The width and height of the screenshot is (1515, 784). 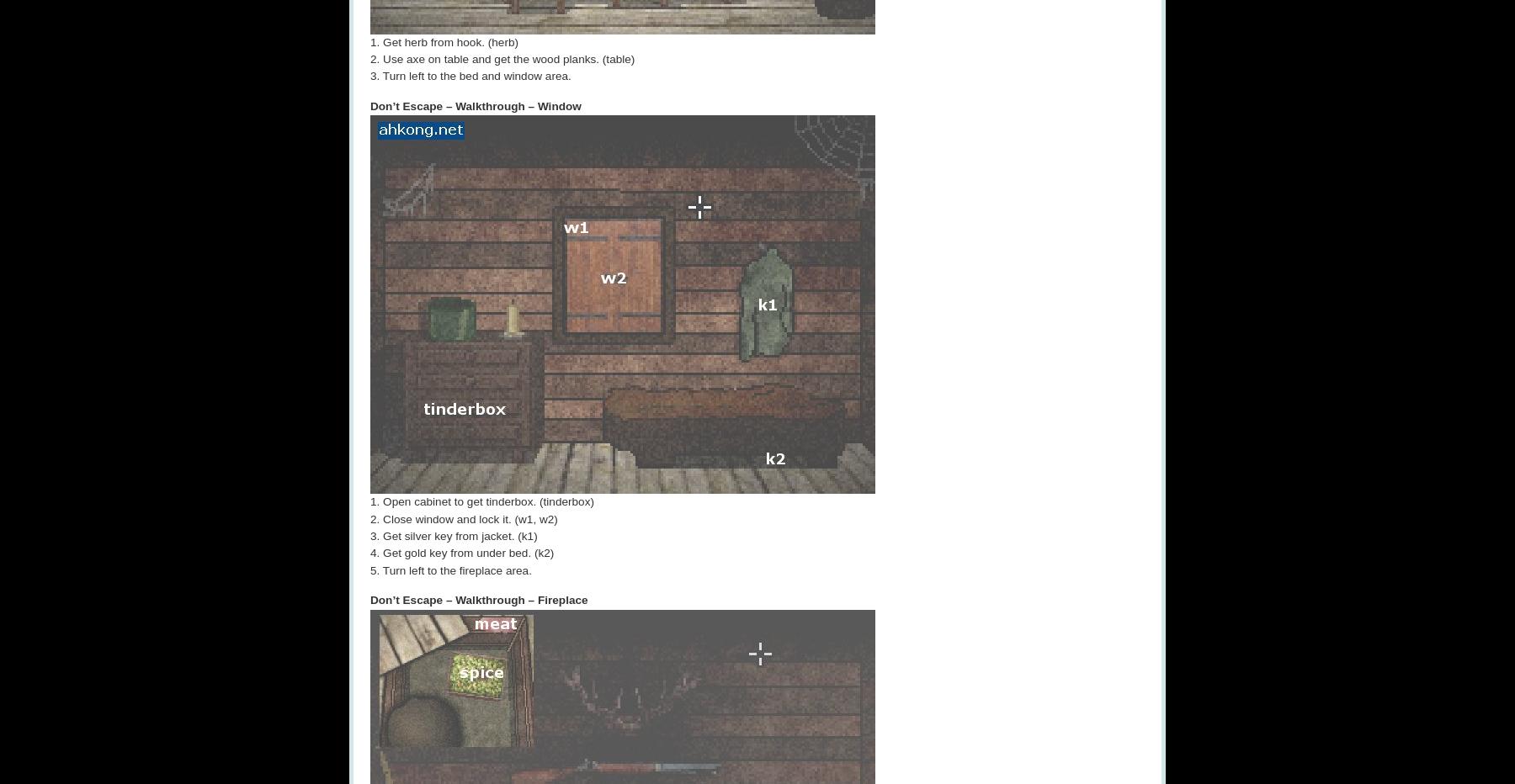 What do you see at coordinates (476, 104) in the screenshot?
I see `'Don’t Escape – Walkthrough – Window'` at bounding box center [476, 104].